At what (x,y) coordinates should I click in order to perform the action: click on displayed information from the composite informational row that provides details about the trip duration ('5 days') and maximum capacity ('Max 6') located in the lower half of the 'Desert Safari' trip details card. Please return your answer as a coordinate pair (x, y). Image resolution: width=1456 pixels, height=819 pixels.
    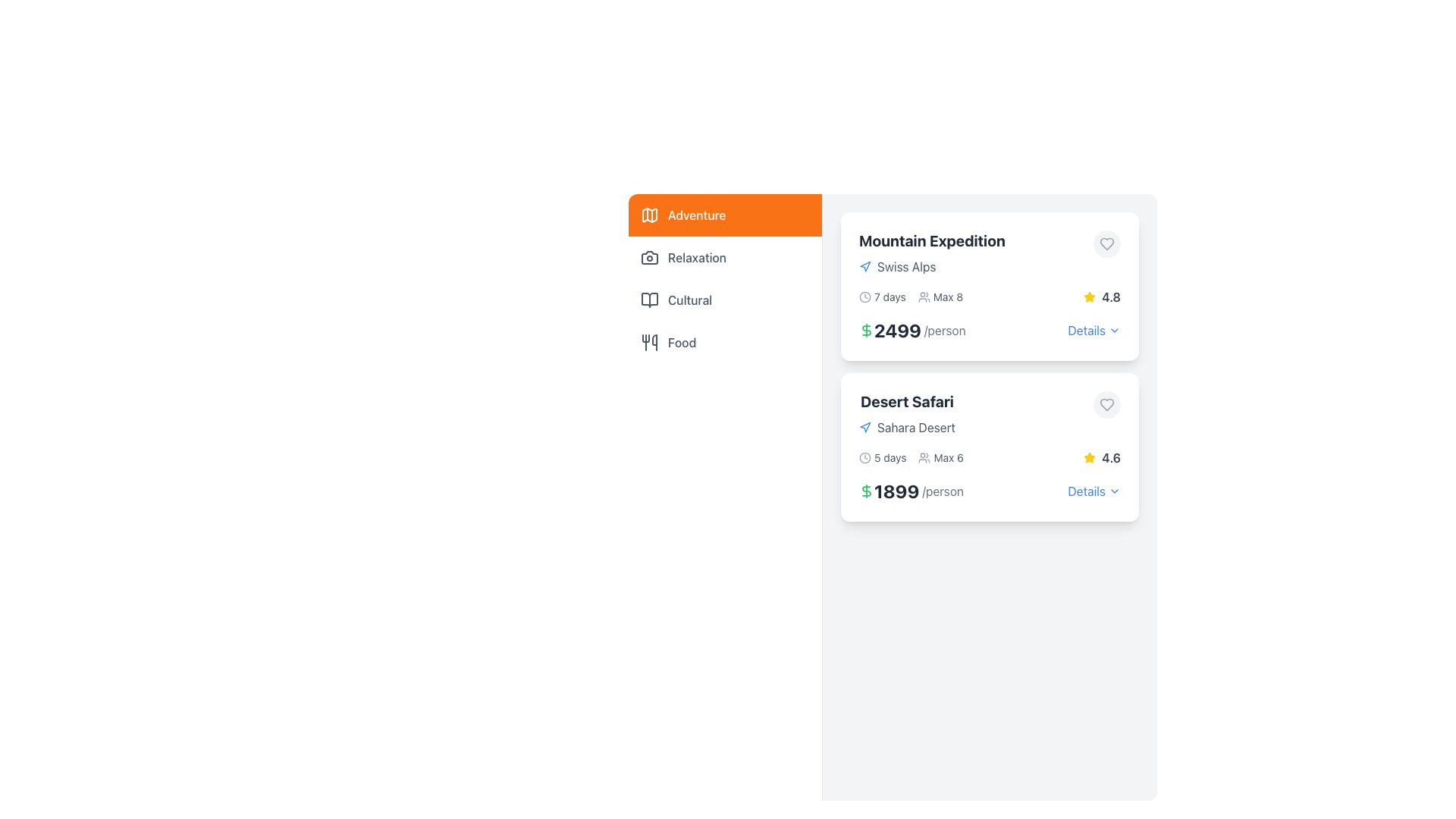
    Looking at the image, I should click on (910, 457).